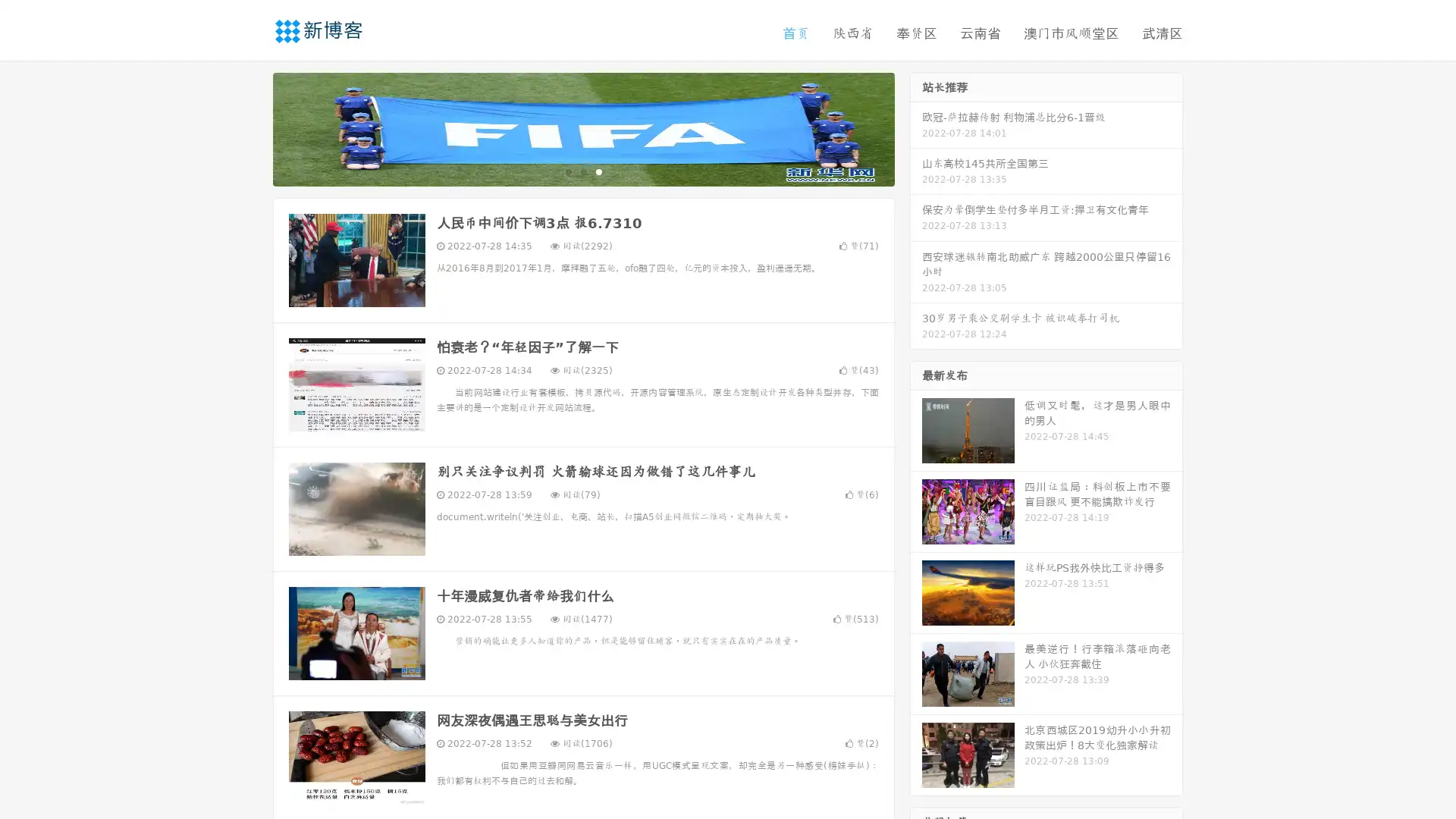 The width and height of the screenshot is (1456, 819). What do you see at coordinates (582, 171) in the screenshot?
I see `Go to slide 2` at bounding box center [582, 171].